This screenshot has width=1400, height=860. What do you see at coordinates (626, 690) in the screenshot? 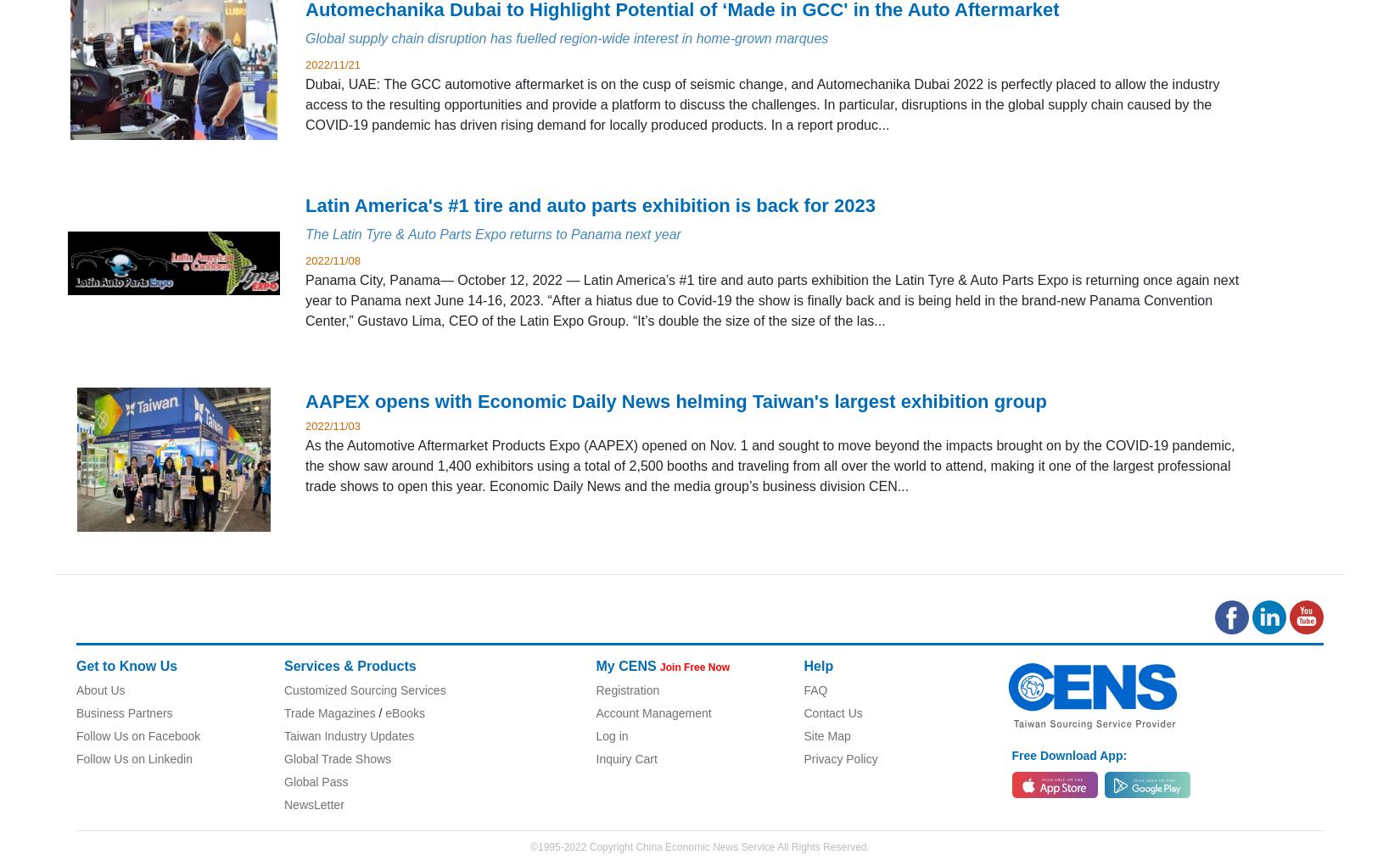
I see `'Registration'` at bounding box center [626, 690].